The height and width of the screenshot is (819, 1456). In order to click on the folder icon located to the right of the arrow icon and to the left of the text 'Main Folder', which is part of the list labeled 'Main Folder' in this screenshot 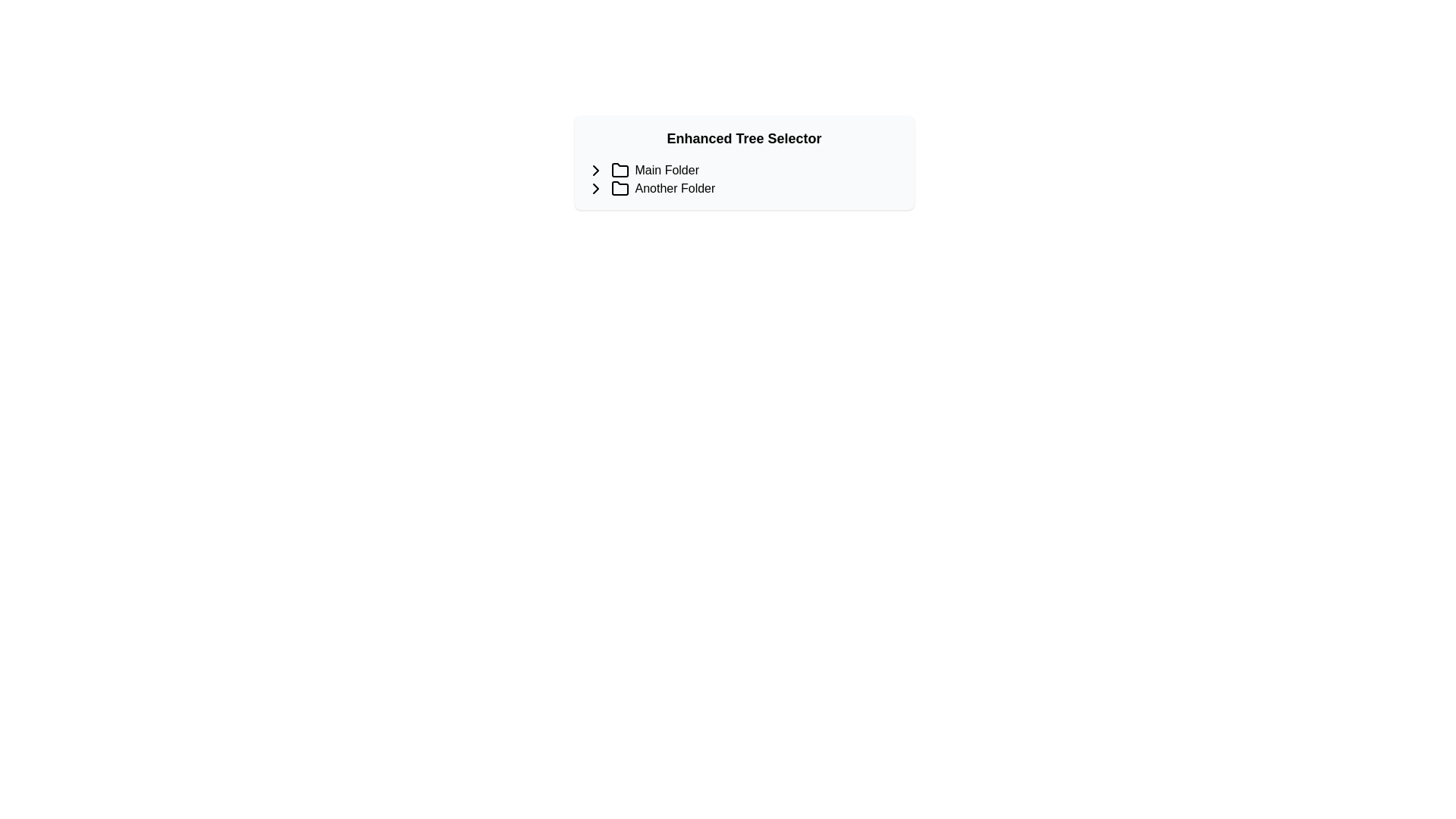, I will do `click(620, 170)`.